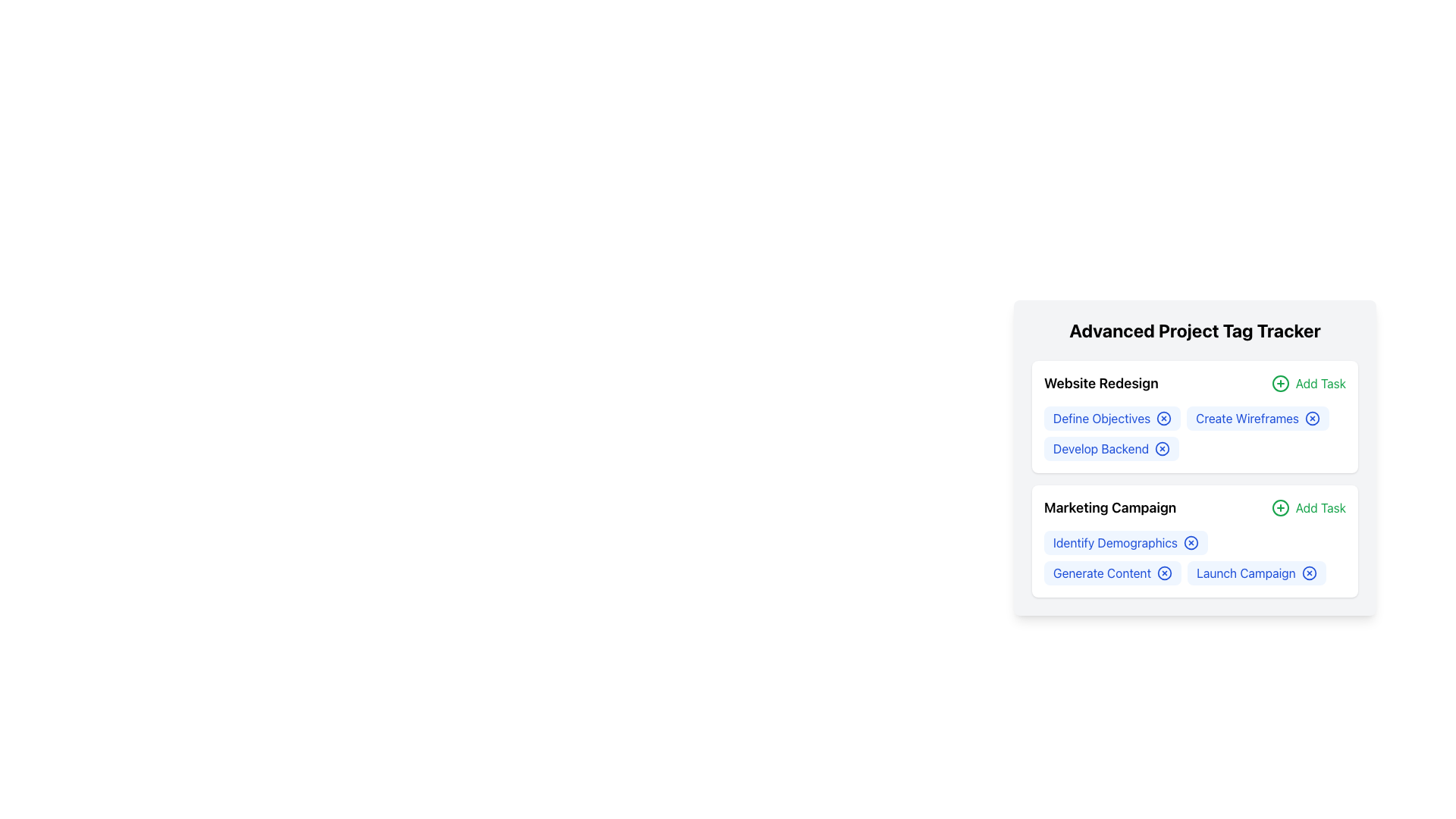 The height and width of the screenshot is (819, 1456). Describe the element at coordinates (1125, 542) in the screenshot. I see `the first button labeled 'Identify Demographics' in the 'Marketing Campaign' section under 'Advanced Project Tag Tracker'` at that location.